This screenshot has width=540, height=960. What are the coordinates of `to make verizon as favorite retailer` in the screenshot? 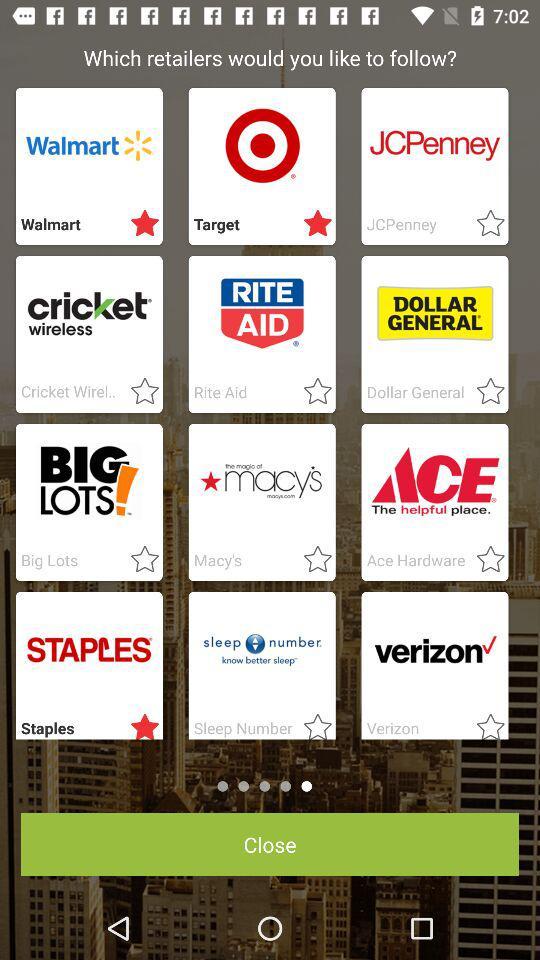 It's located at (483, 722).